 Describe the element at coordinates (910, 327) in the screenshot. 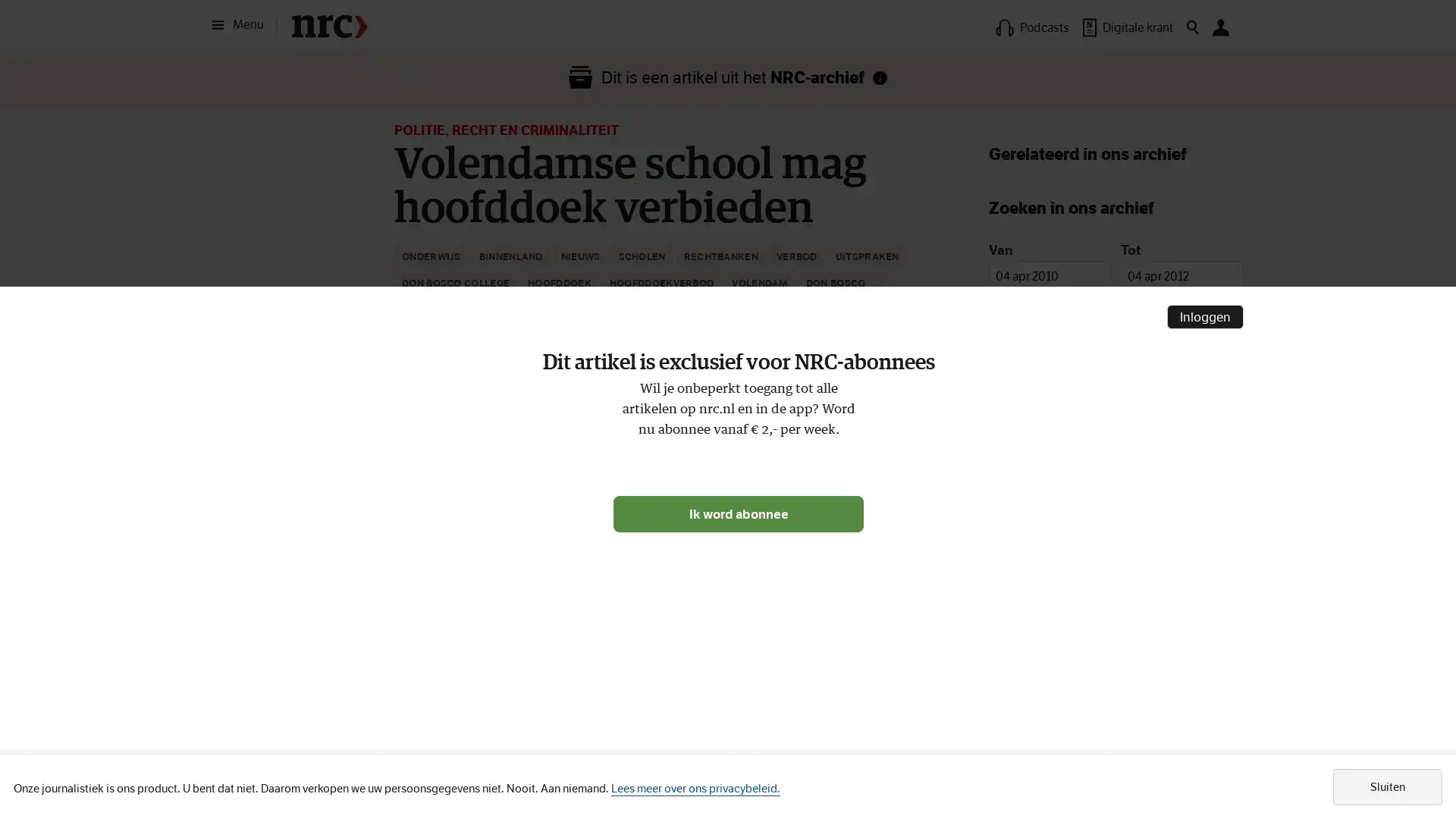

I see `Meer opties` at that location.